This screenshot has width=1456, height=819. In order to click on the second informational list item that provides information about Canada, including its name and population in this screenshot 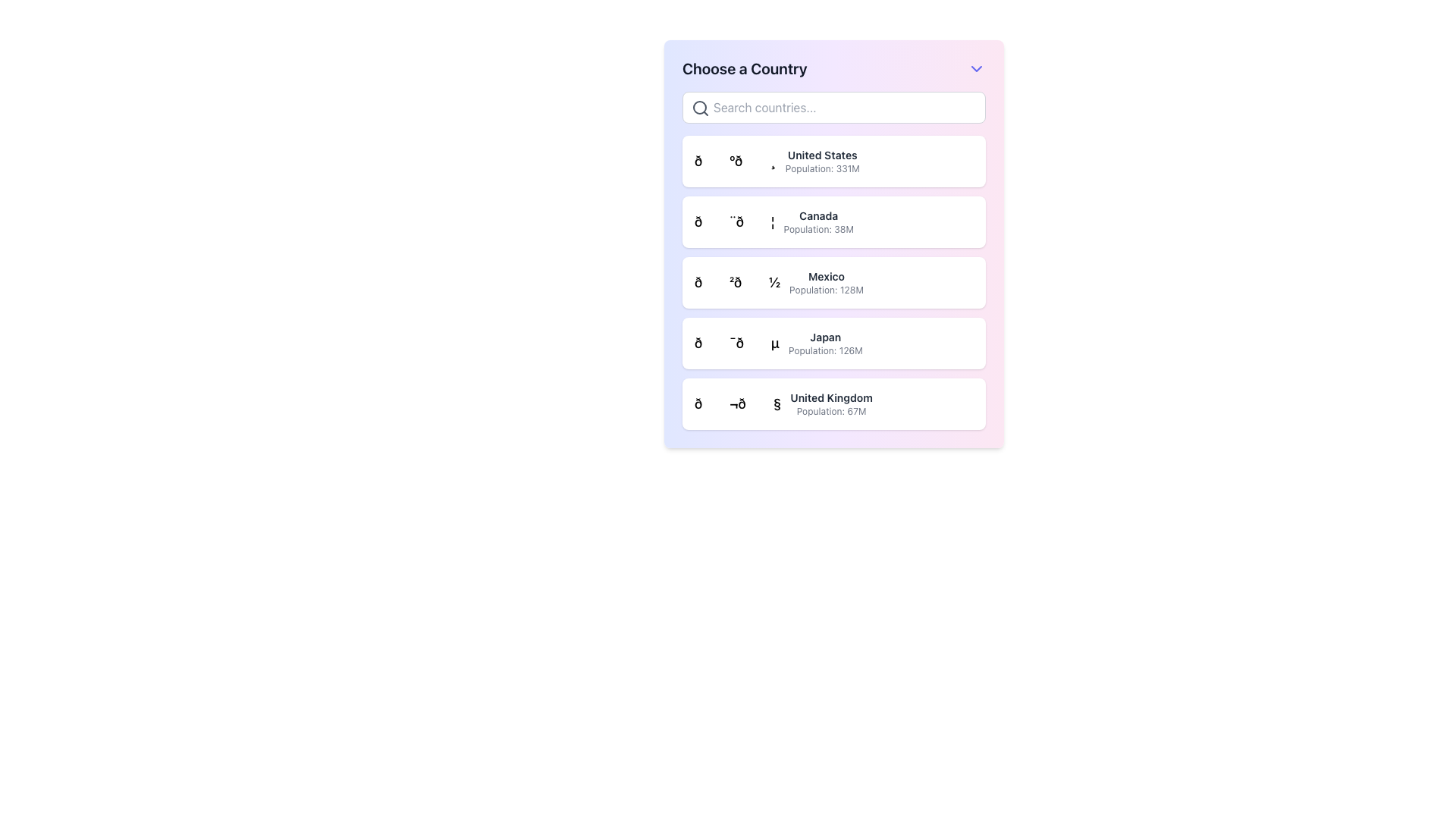, I will do `click(774, 222)`.